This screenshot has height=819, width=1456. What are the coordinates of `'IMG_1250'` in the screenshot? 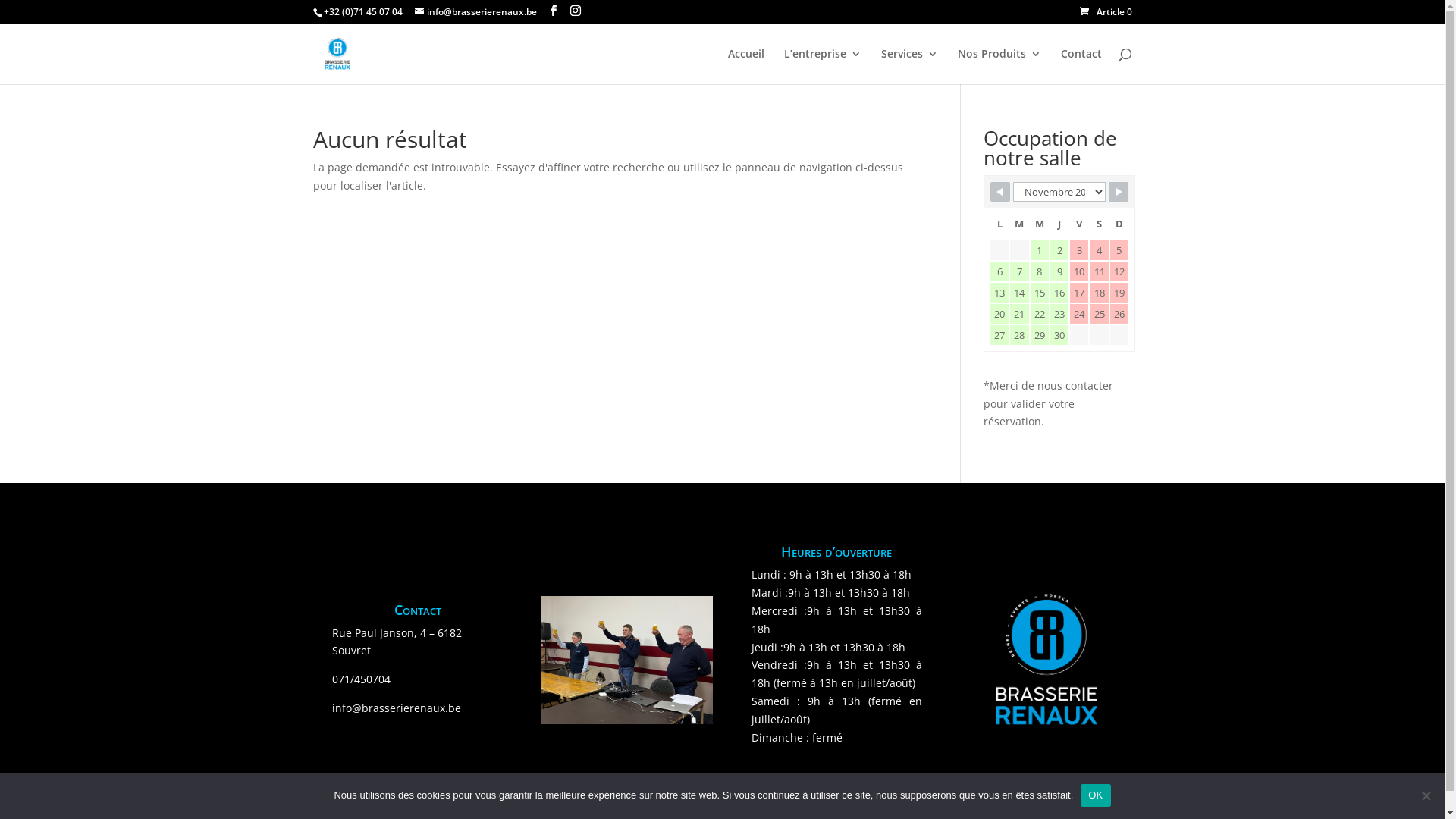 It's located at (626, 659).